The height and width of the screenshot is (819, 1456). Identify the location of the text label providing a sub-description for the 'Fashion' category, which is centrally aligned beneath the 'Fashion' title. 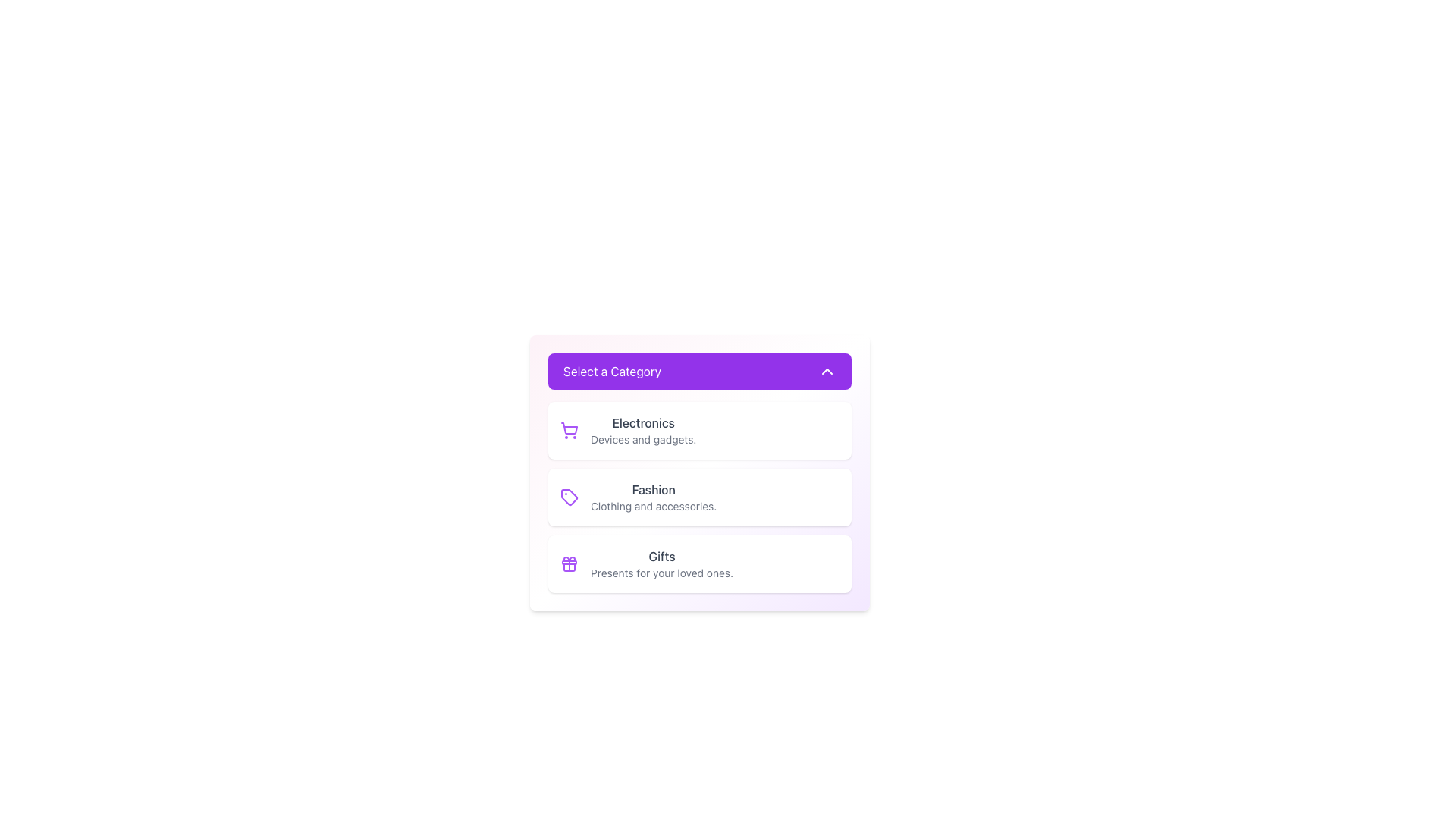
(654, 506).